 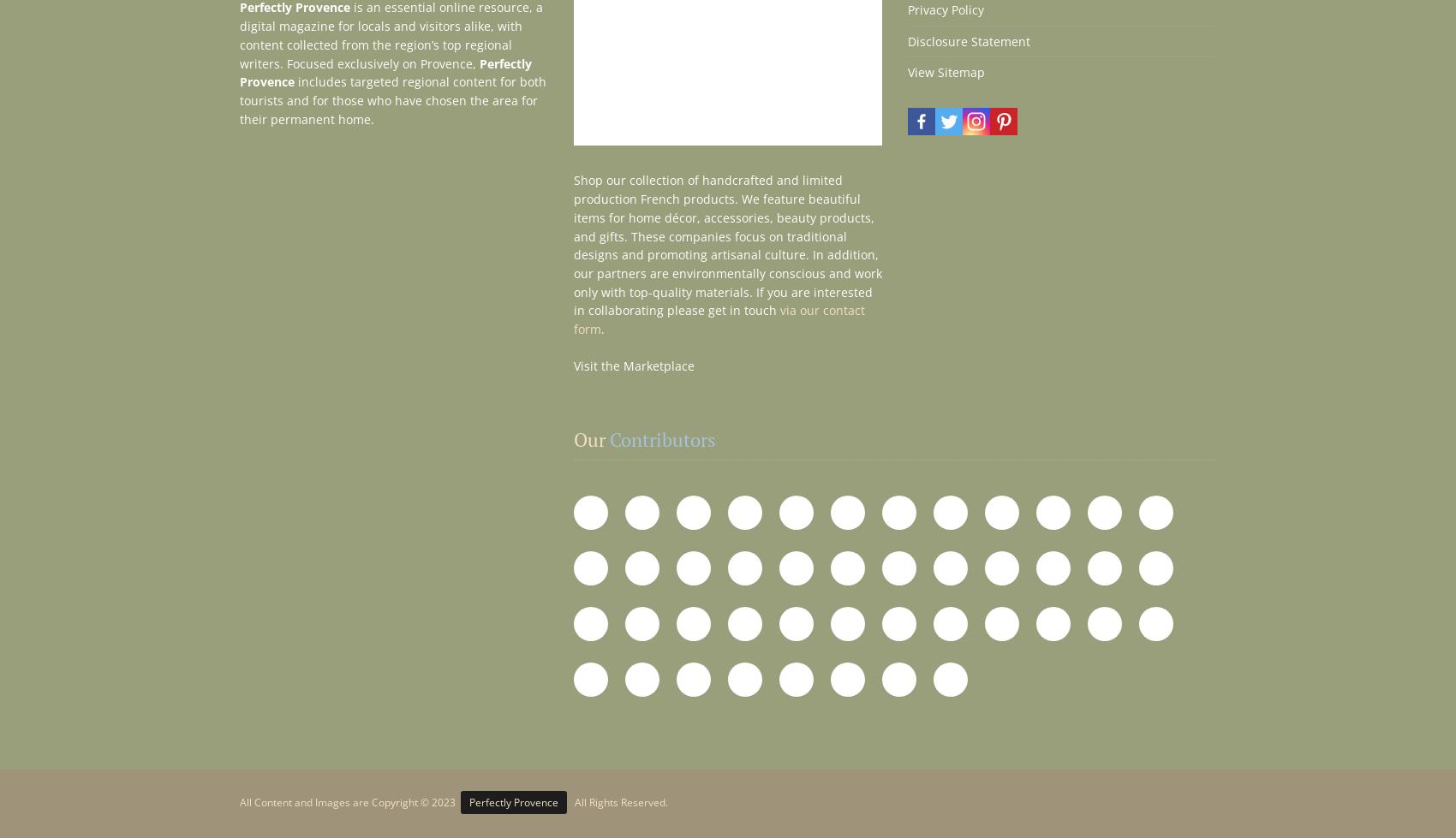 I want to click on 'All Content and Images are Copyright © 2023', so click(x=349, y=801).